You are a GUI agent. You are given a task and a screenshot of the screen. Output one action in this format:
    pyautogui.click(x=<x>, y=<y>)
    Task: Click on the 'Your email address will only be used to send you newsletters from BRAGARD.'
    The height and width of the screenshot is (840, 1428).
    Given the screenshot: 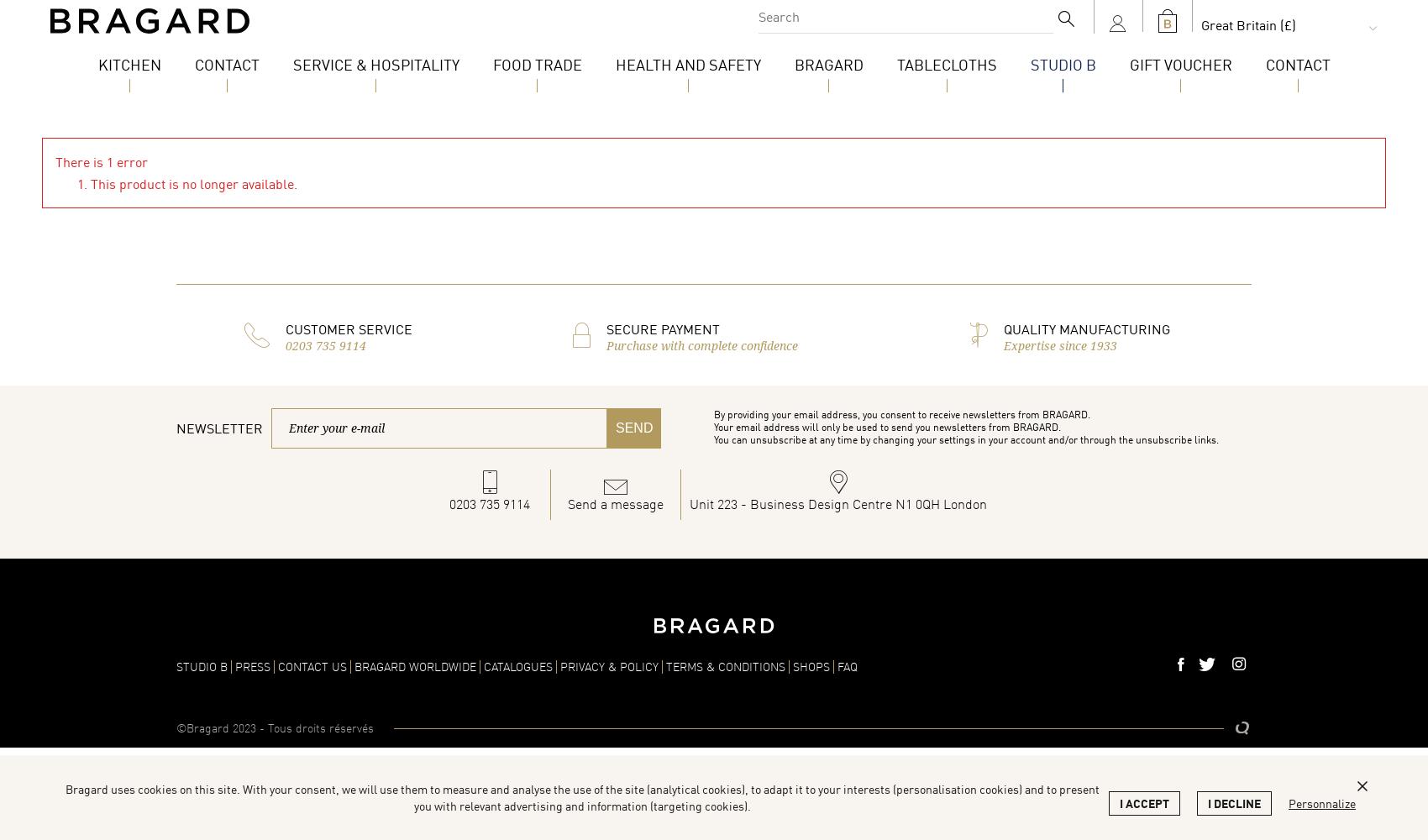 What is the action you would take?
    pyautogui.click(x=886, y=427)
    